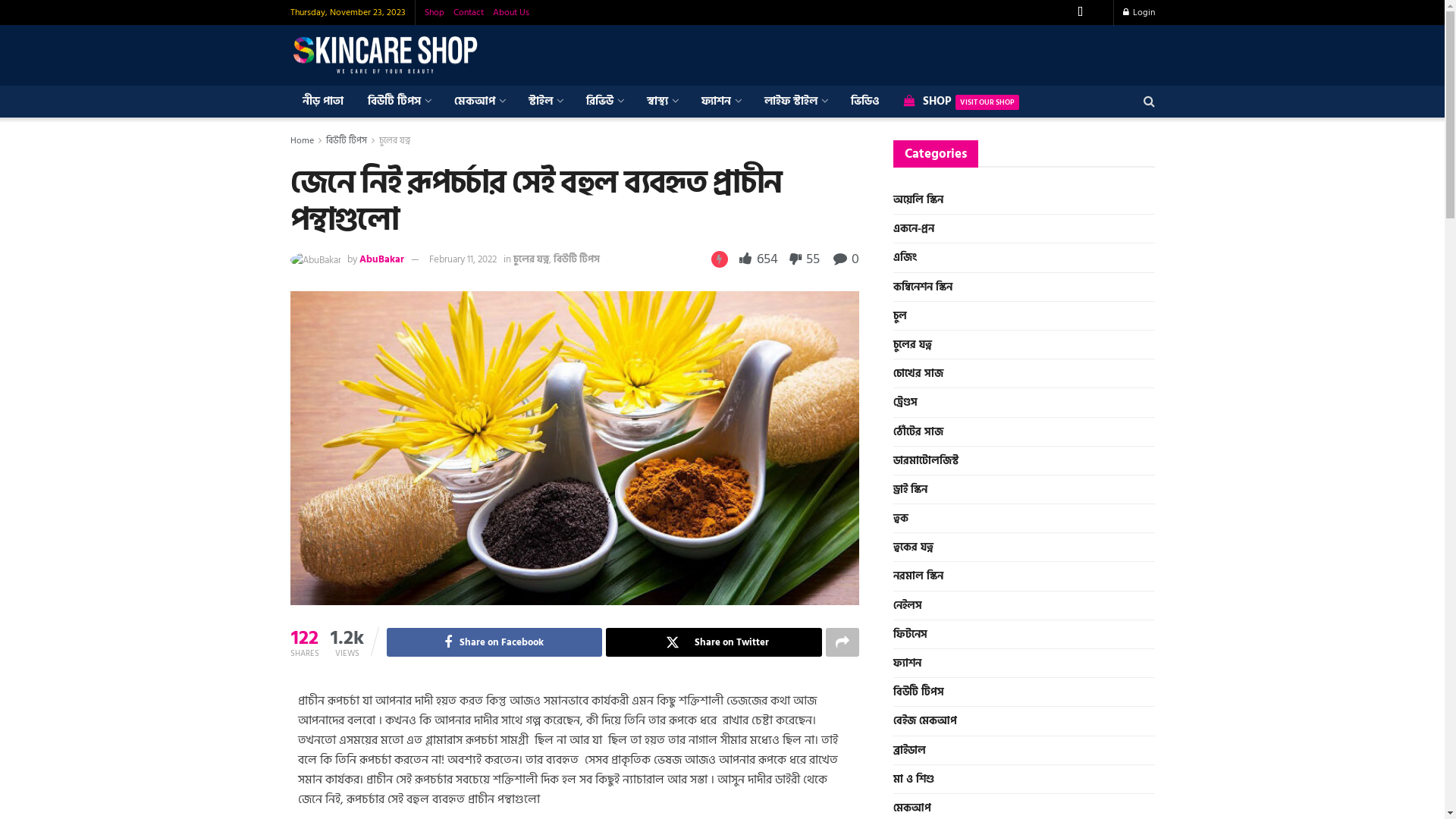 This screenshot has width=1456, height=819. I want to click on 'Contact', so click(468, 12).